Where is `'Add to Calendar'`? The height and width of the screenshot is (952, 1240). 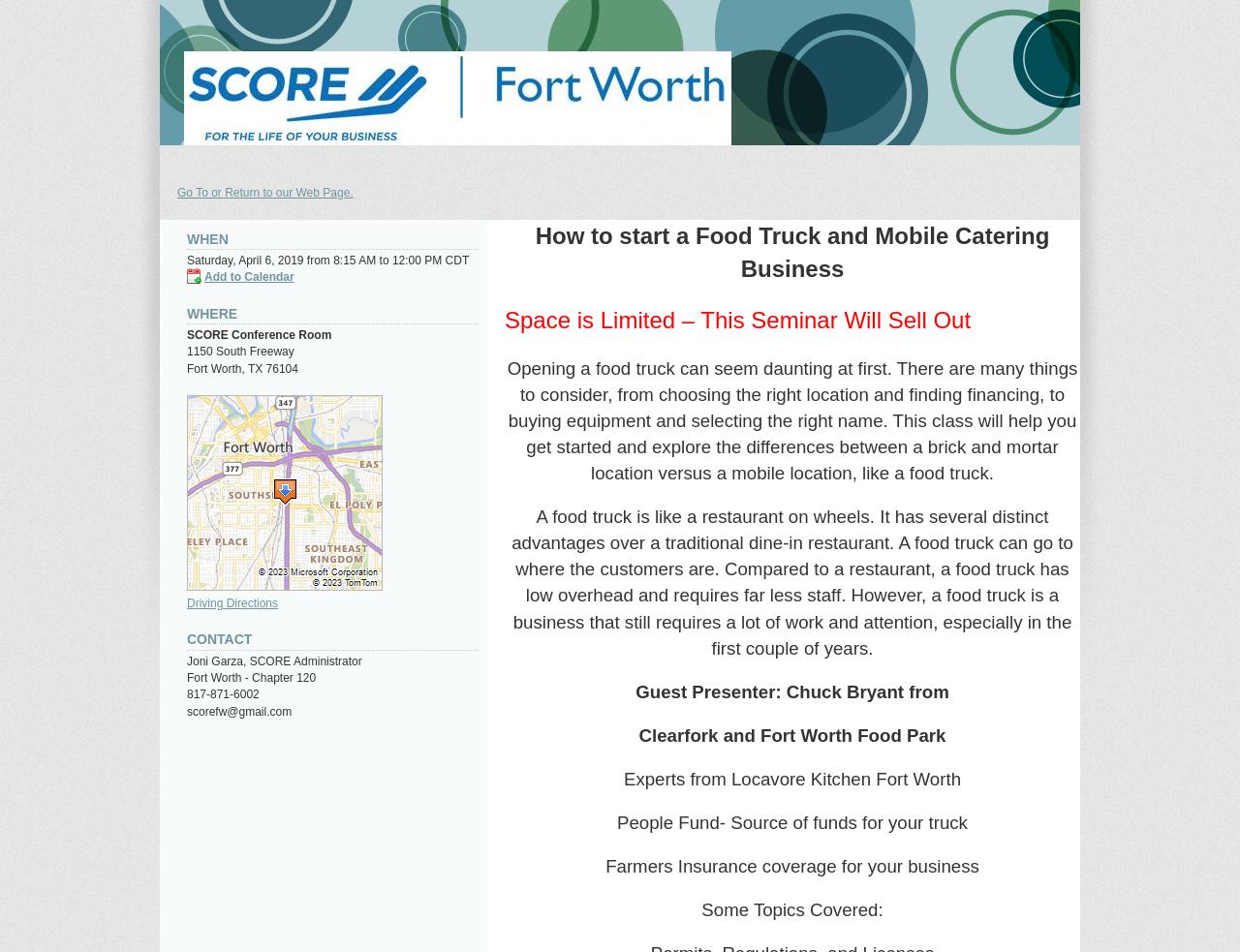 'Add to Calendar' is located at coordinates (248, 276).